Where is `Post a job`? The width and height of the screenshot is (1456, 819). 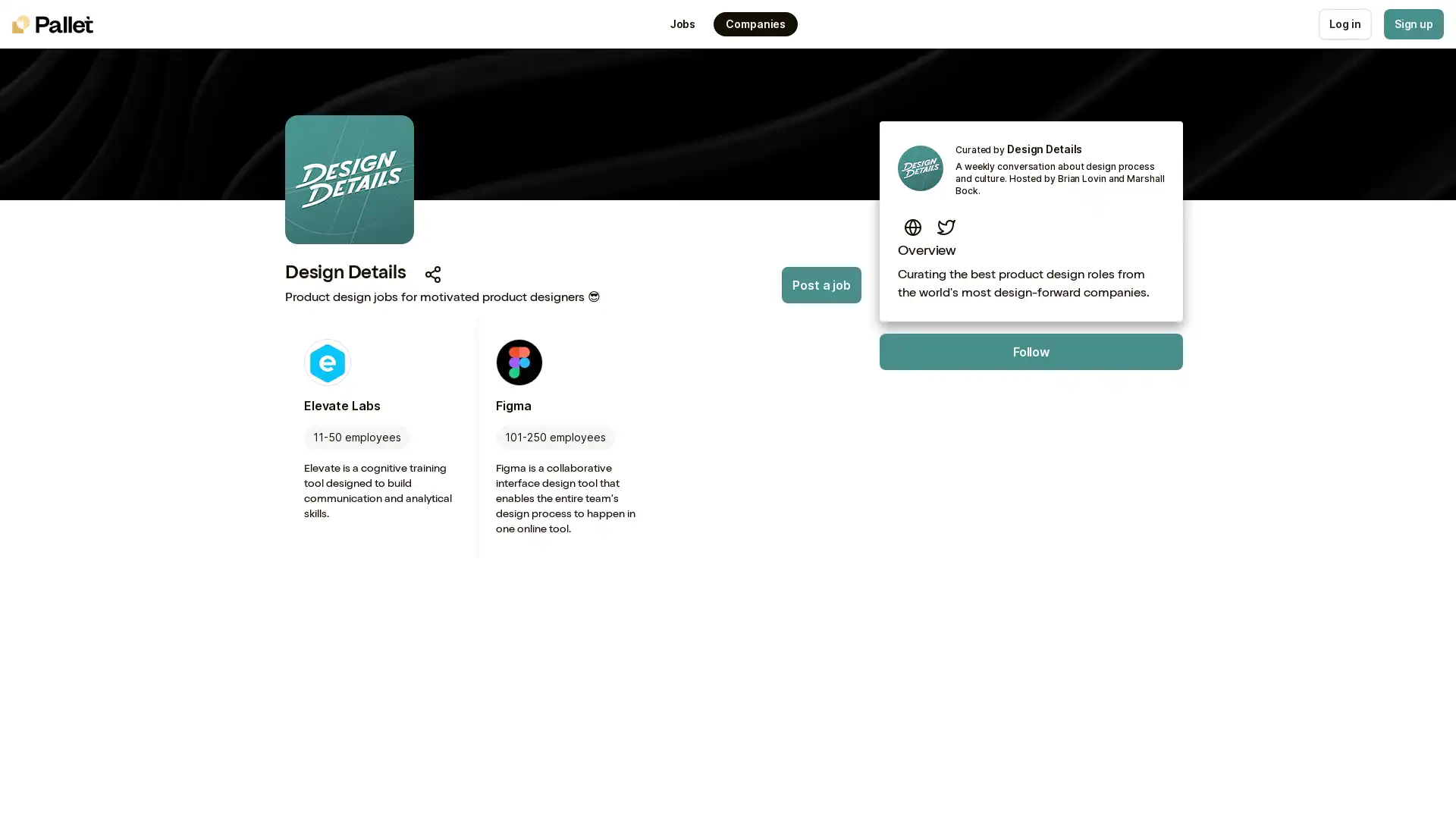 Post a job is located at coordinates (821, 284).